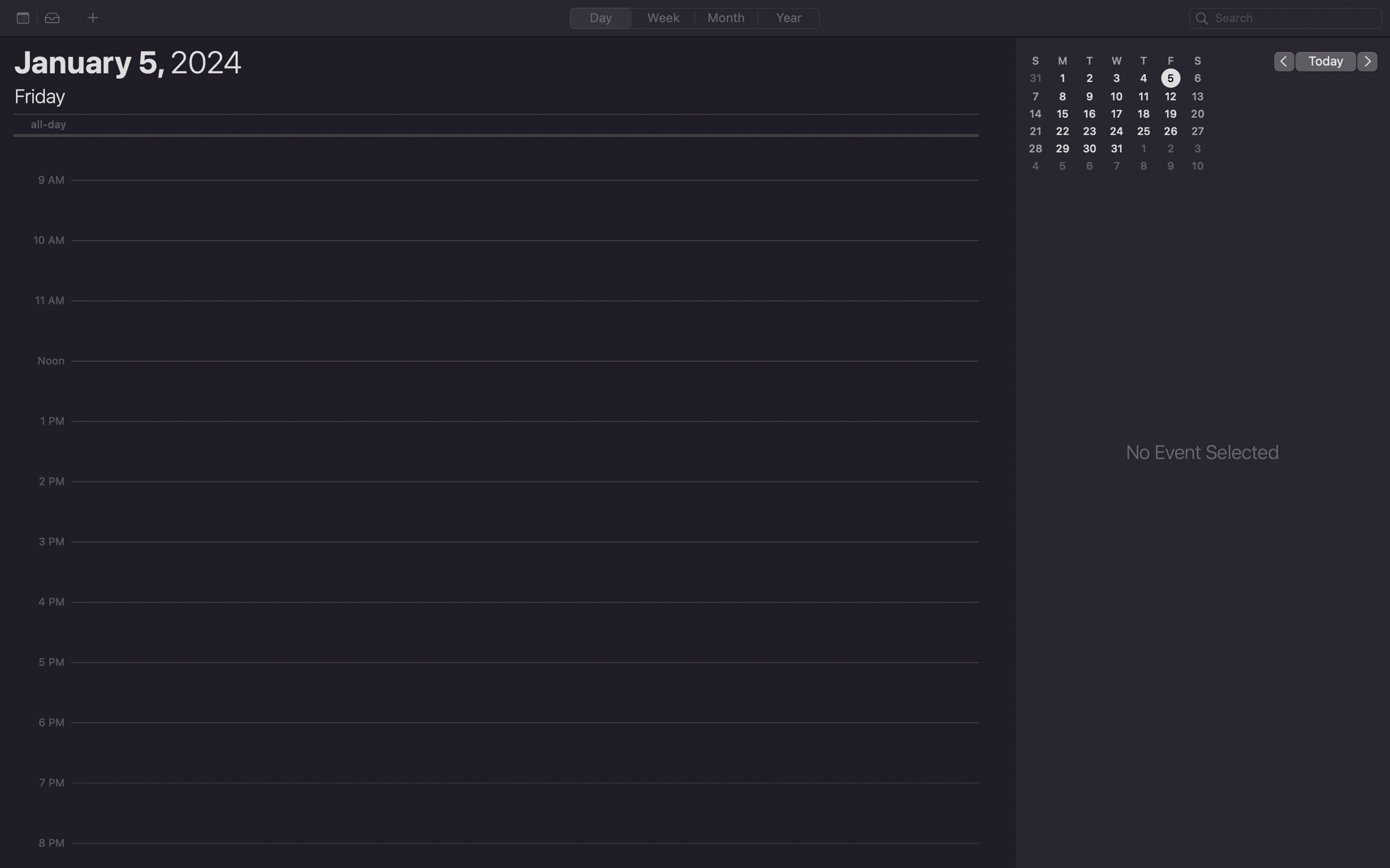  What do you see at coordinates (1063, 77) in the screenshot?
I see `the date 1` at bounding box center [1063, 77].